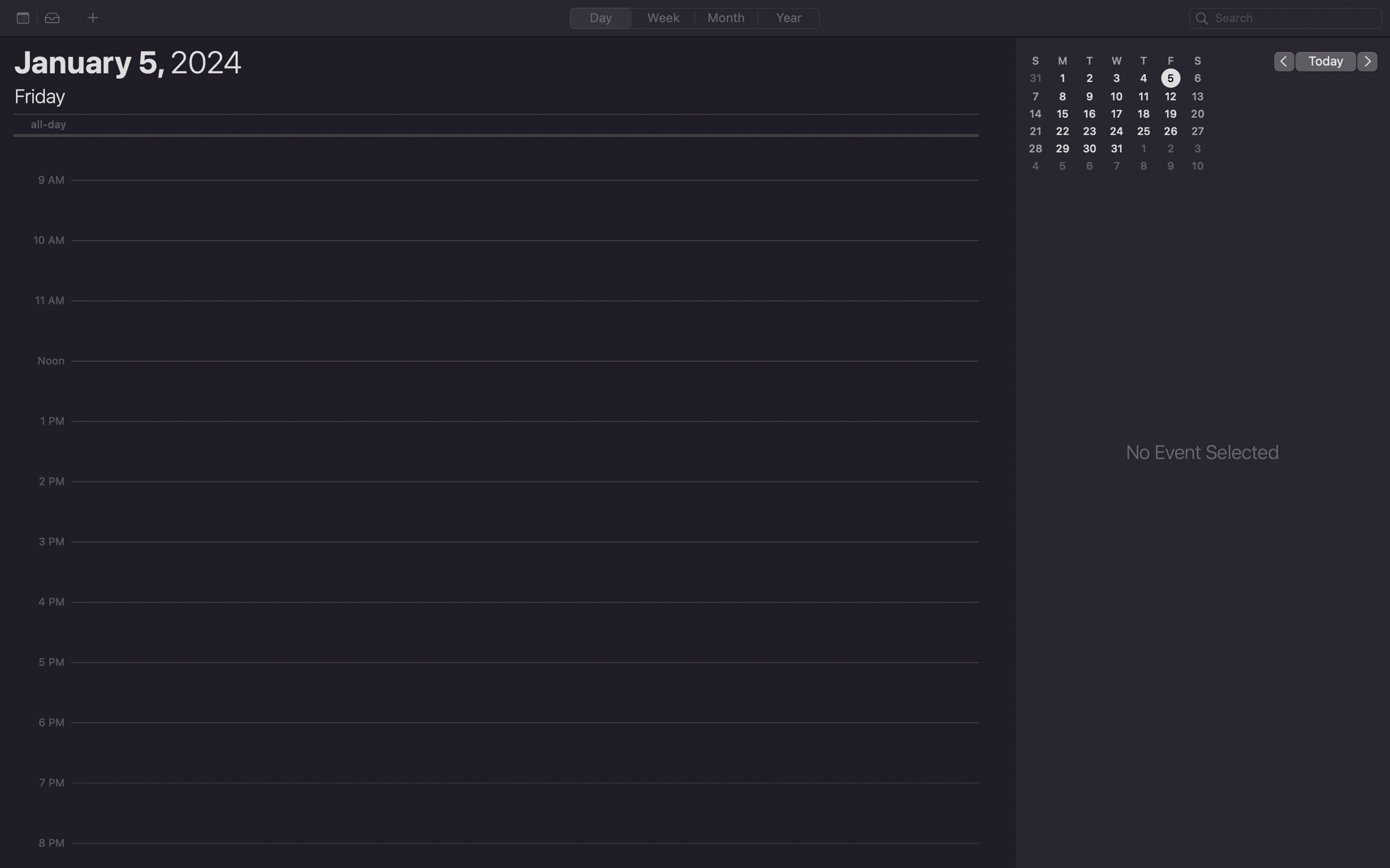  What do you see at coordinates (1063, 77) in the screenshot?
I see `the date 1` at bounding box center [1063, 77].